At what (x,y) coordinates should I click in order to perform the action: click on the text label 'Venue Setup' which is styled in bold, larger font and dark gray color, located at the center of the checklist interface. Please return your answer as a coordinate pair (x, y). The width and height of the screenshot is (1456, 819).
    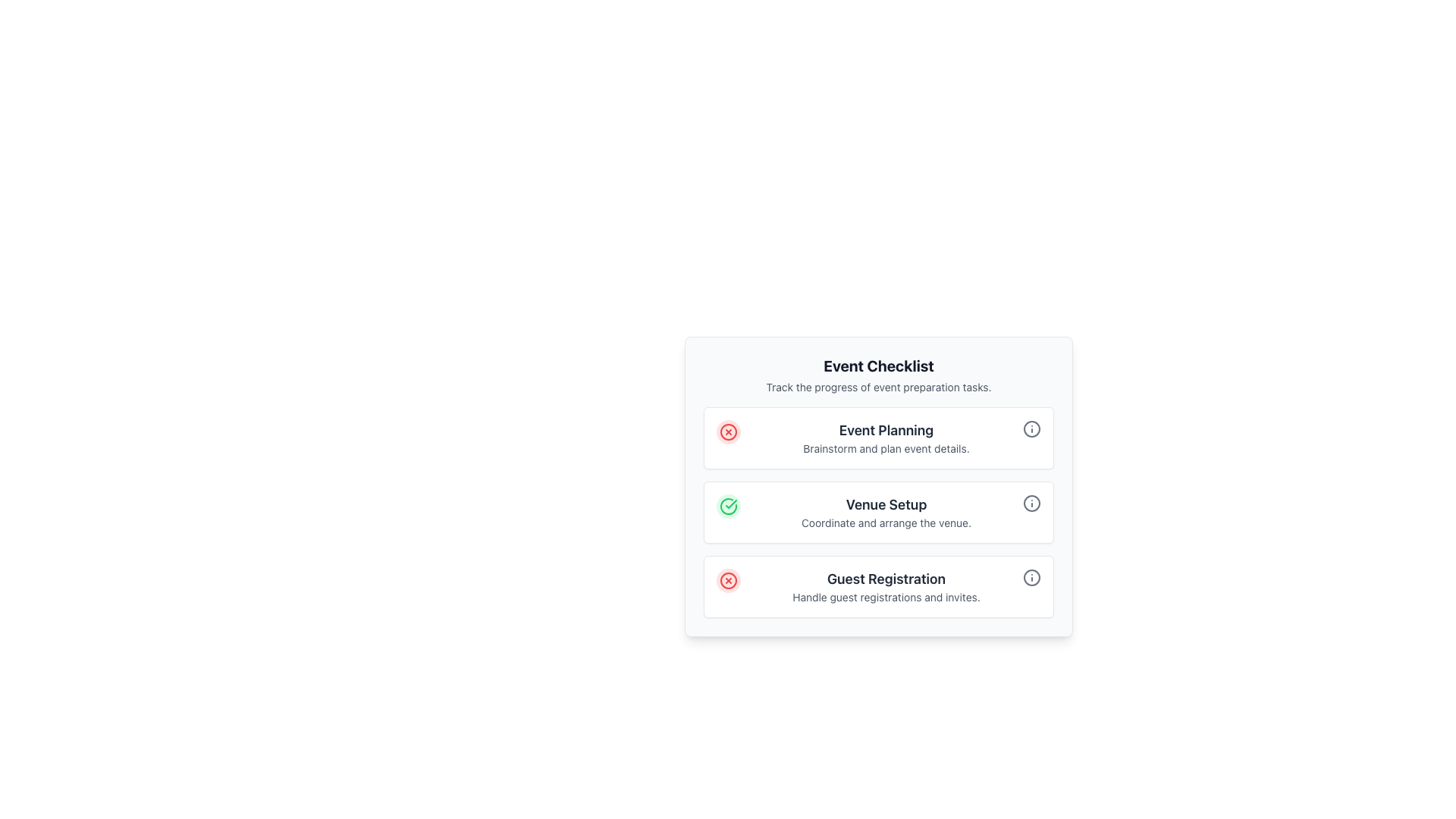
    Looking at the image, I should click on (886, 505).